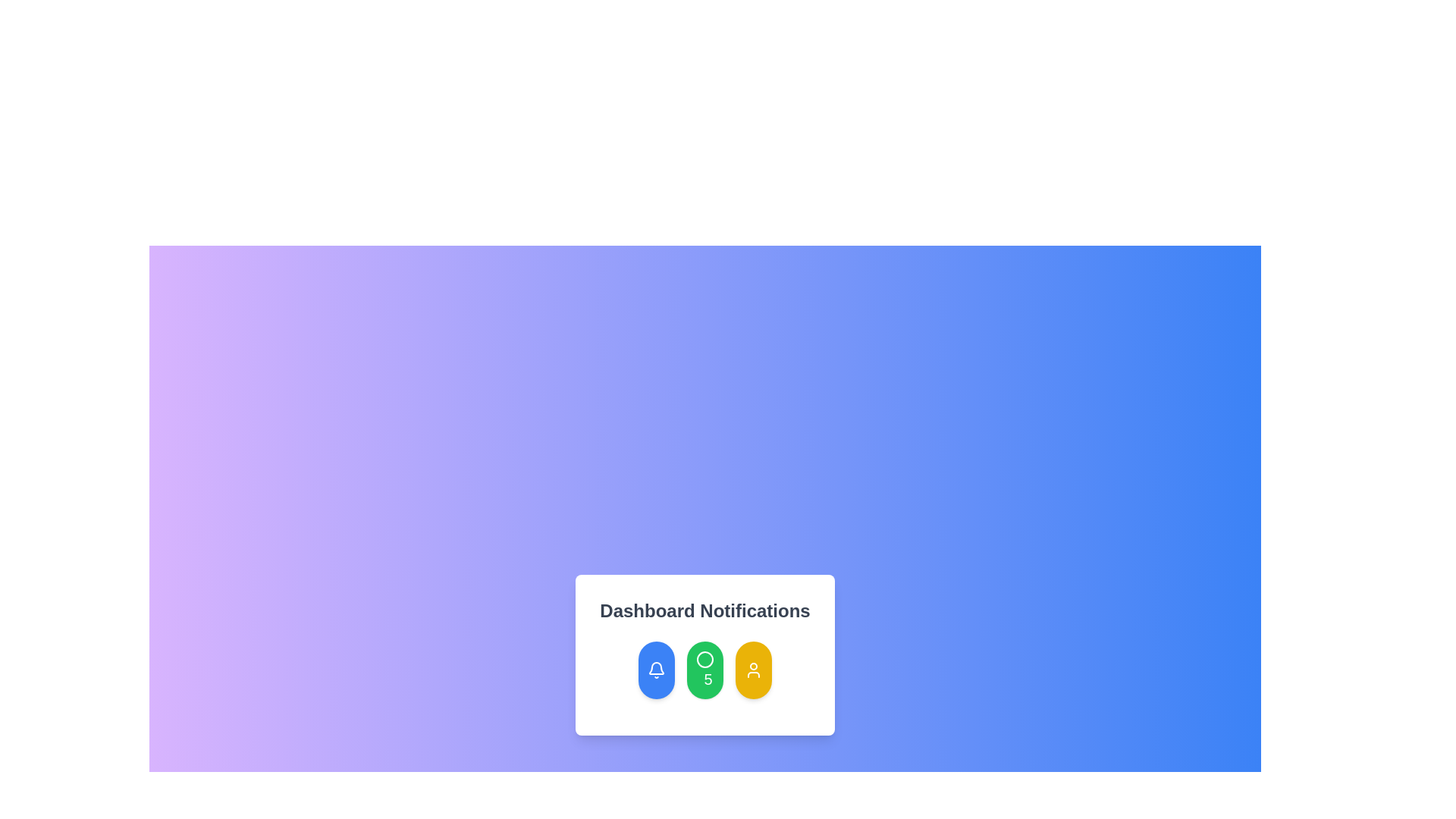 The width and height of the screenshot is (1456, 819). What do you see at coordinates (753, 669) in the screenshot?
I see `the profile icon button located at the bottom right of the 'Dashboard Notifications' card` at bounding box center [753, 669].